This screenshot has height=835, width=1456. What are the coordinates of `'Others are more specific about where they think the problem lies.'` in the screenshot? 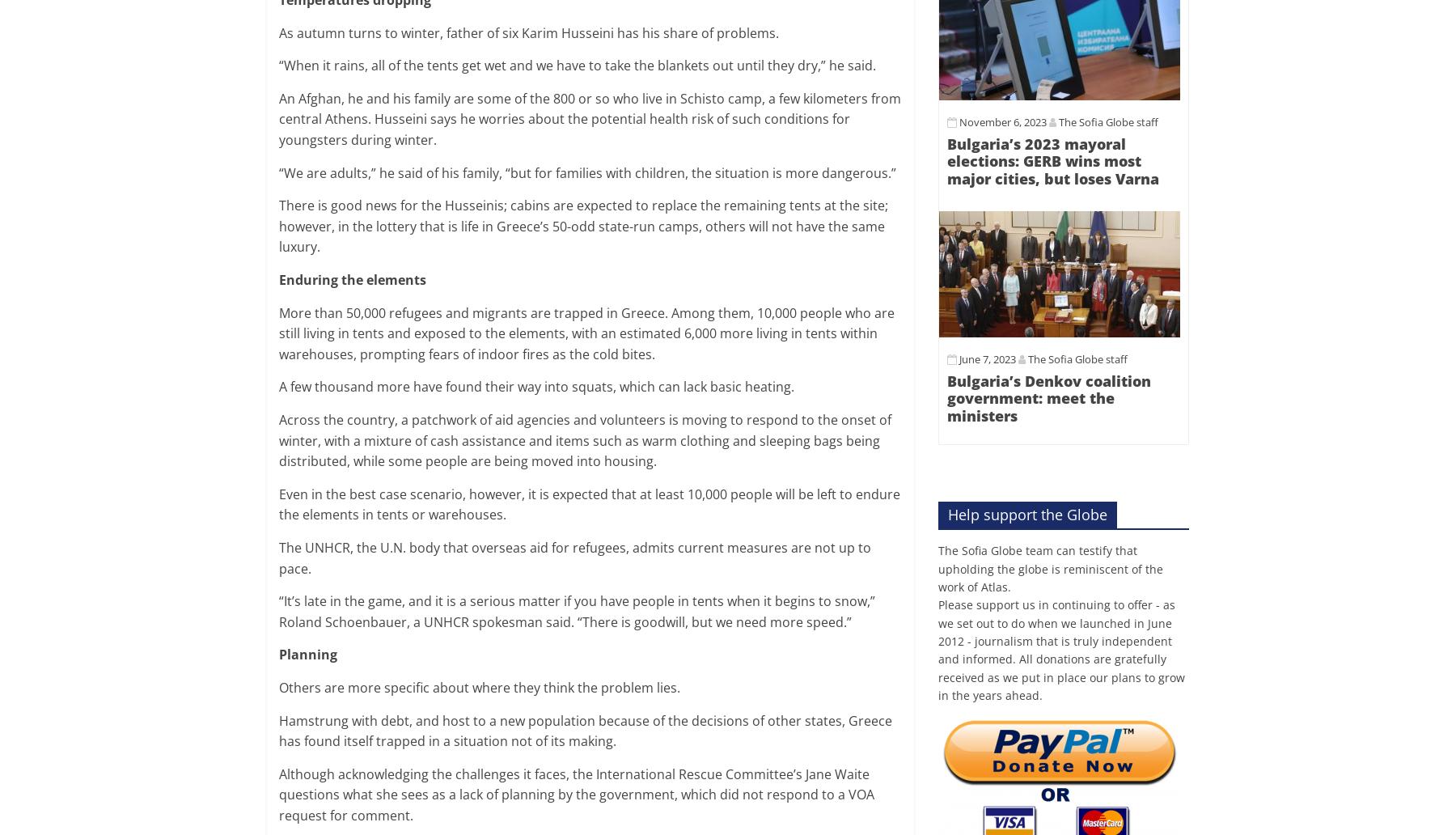 It's located at (479, 687).